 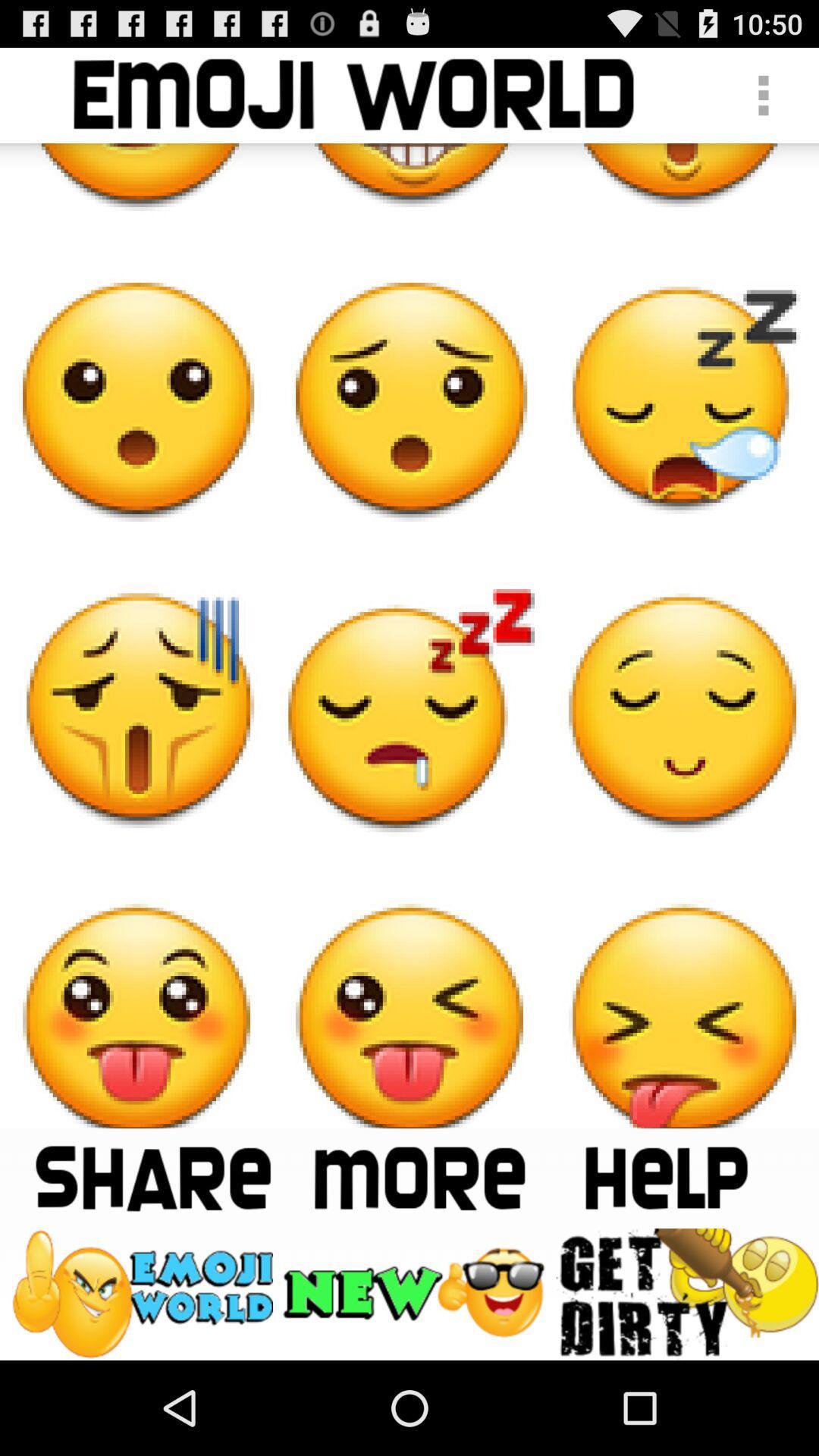 What do you see at coordinates (664, 1177) in the screenshot?
I see `help menu` at bounding box center [664, 1177].